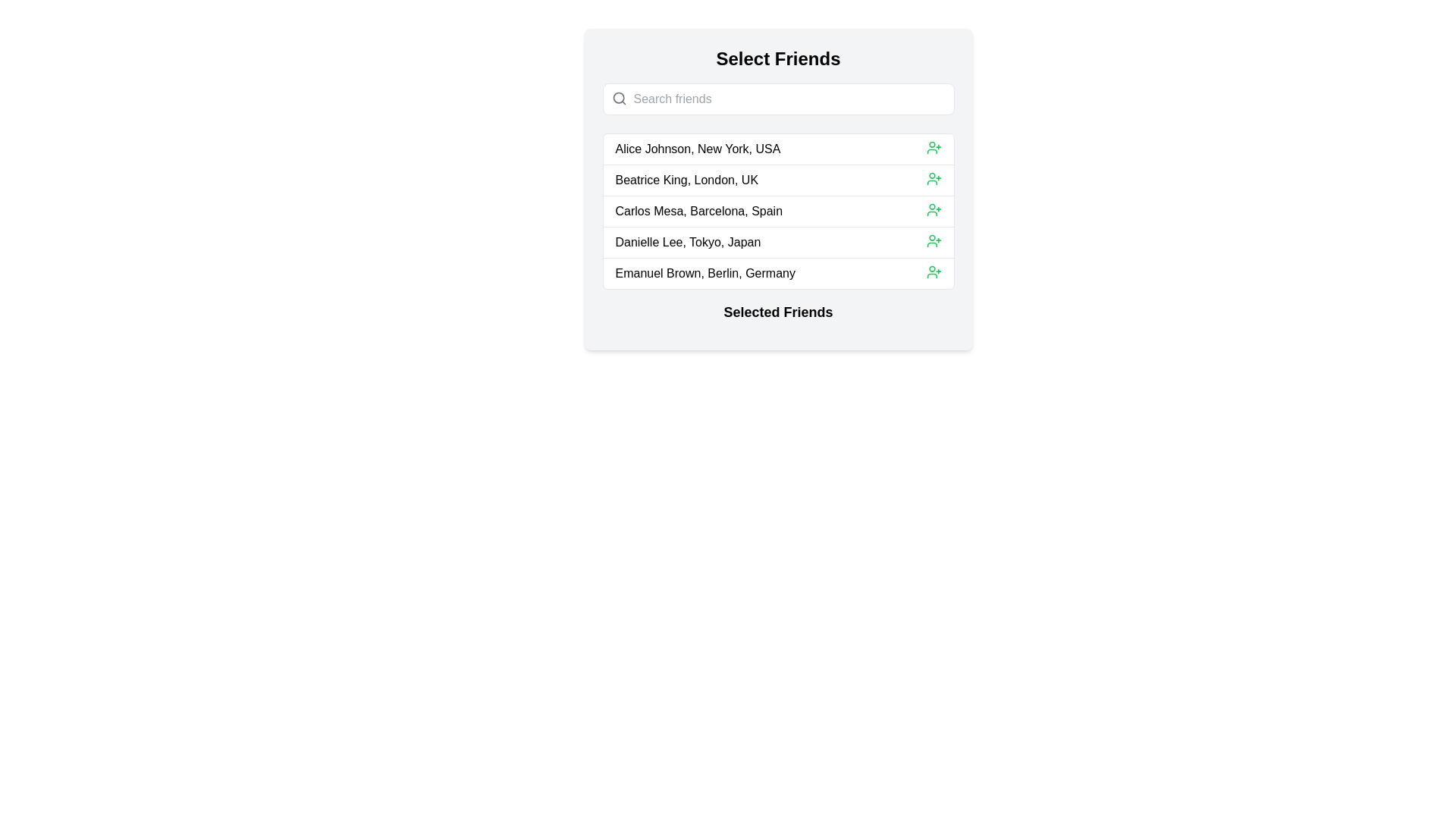 This screenshot has height=819, width=1456. What do you see at coordinates (778, 273) in the screenshot?
I see `the fifth list item that contains the text 'Emanuel Brown, Berlin, Germany'` at bounding box center [778, 273].